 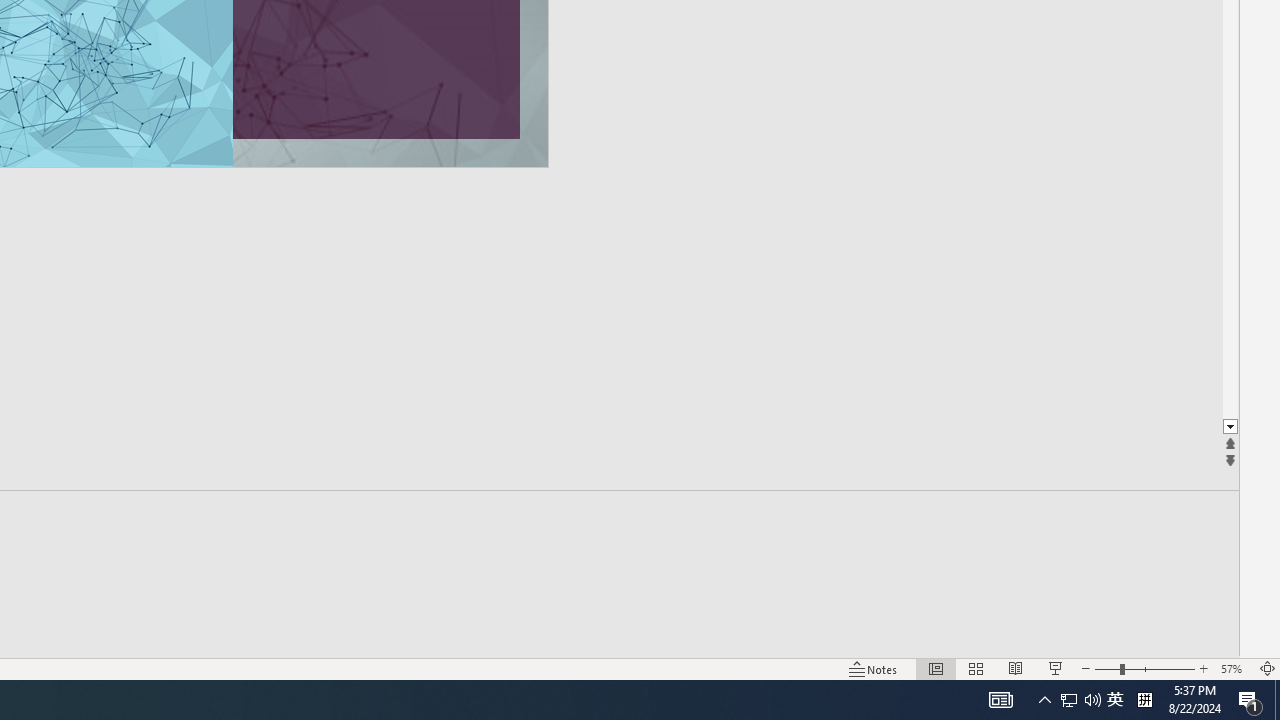 What do you see at coordinates (1233, 669) in the screenshot?
I see `'Zoom 57%'` at bounding box center [1233, 669].